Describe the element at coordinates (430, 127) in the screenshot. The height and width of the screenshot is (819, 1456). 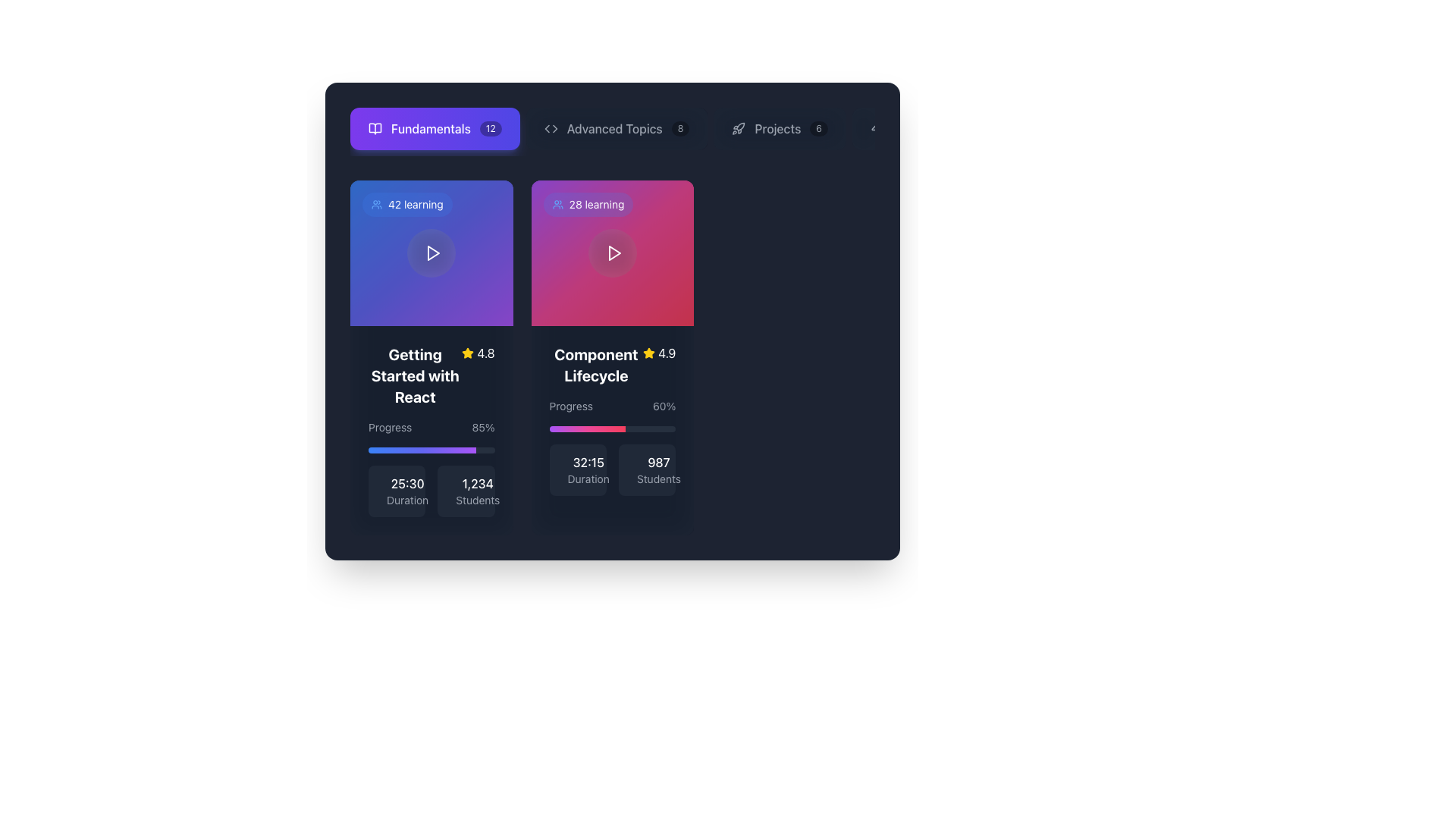
I see `the text label displaying 'Fundamentals' in bold font, which is centrally positioned within a button-like structure that transitions from violet to indigo` at that location.